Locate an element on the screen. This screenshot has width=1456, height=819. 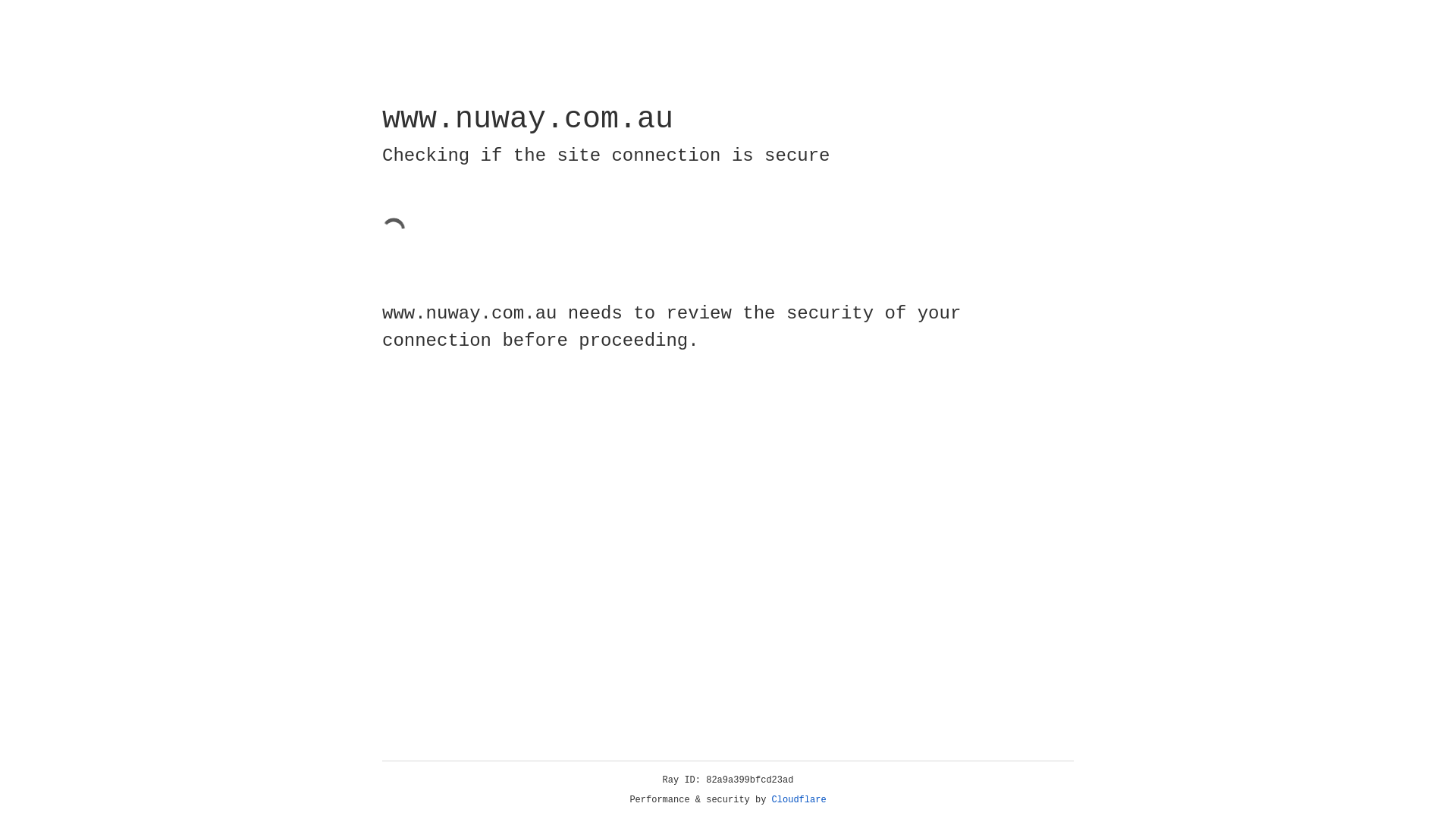
'Cloudflare' is located at coordinates (799, 799).